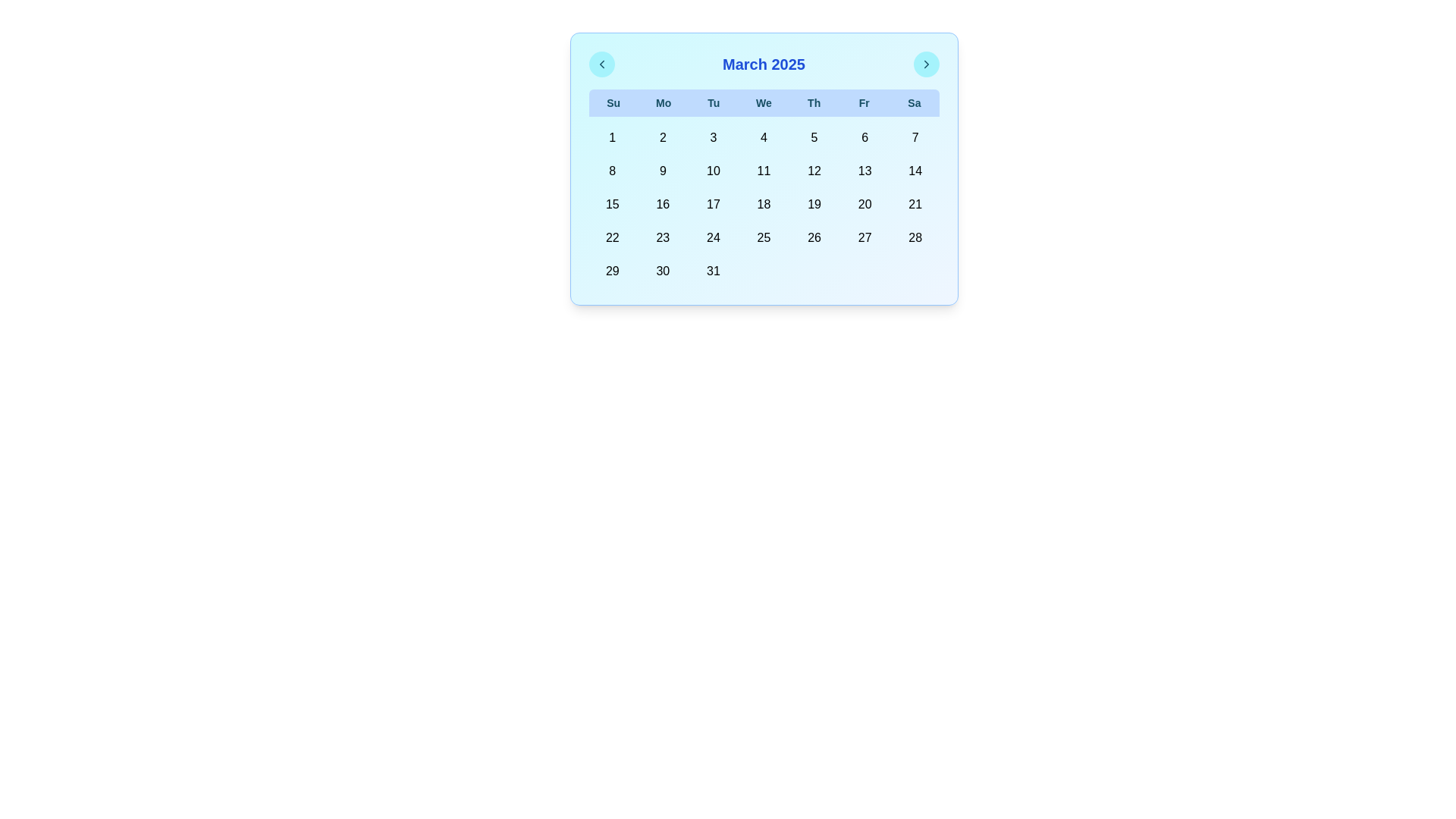  Describe the element at coordinates (915, 171) in the screenshot. I see `the button styled as a square with the number '14' in bold black font, located in the second row and seventh column of the calendar grid for March 2025, to trigger visual feedback` at that location.